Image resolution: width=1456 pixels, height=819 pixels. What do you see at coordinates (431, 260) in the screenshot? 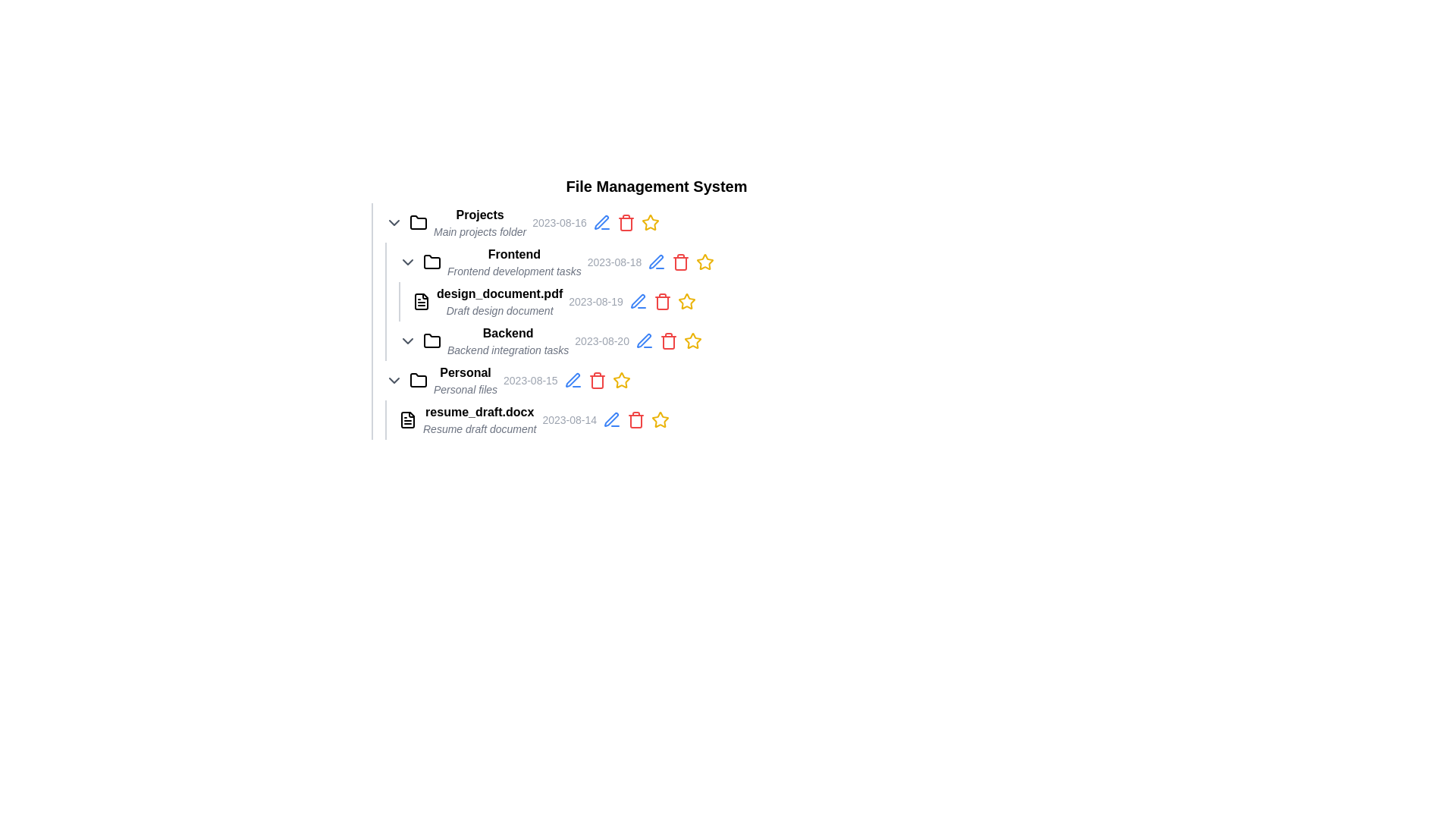
I see `the folder icon representing 'Frontend' in the file manager interface` at bounding box center [431, 260].